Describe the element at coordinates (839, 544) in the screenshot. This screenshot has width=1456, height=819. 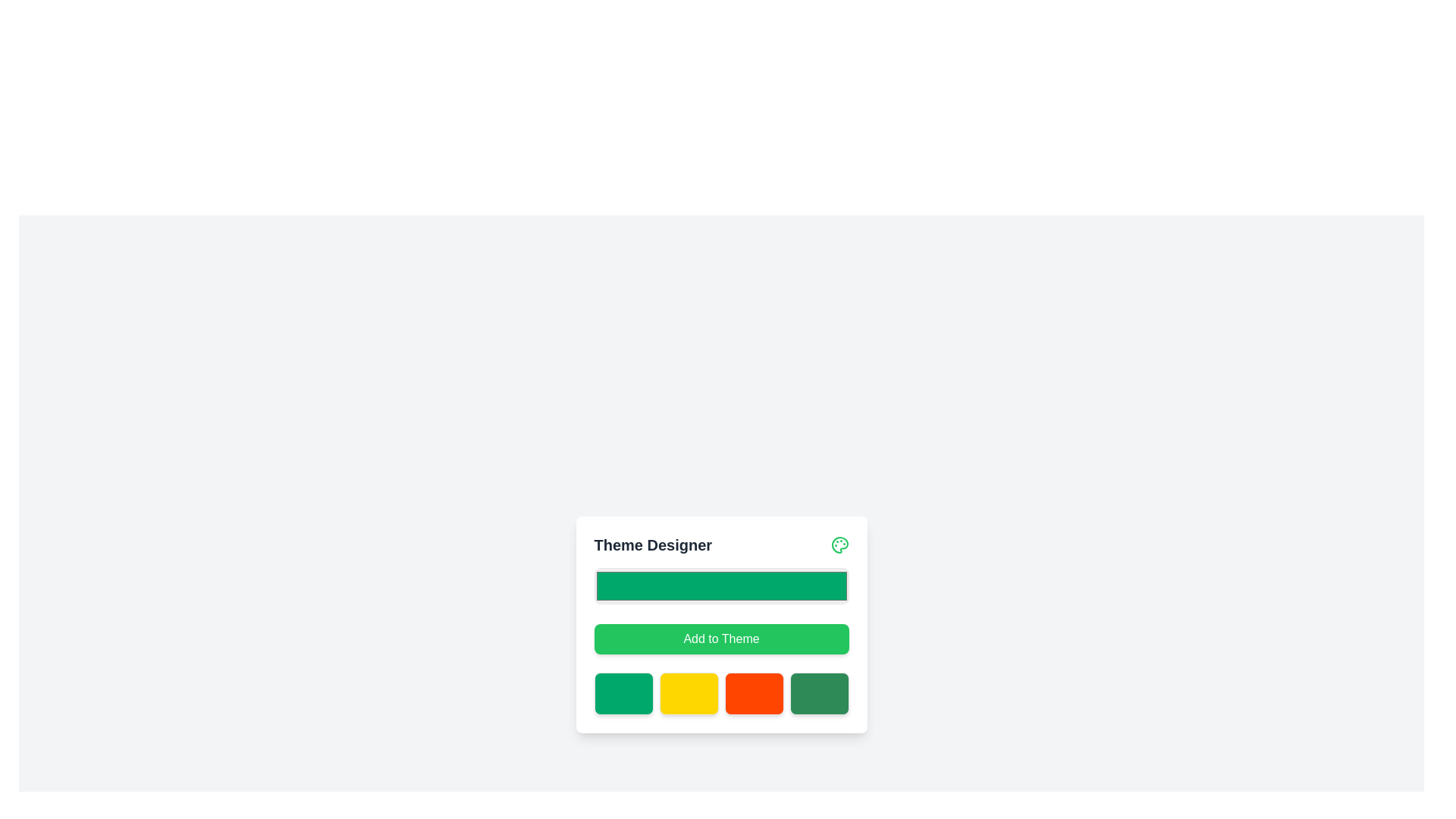
I see `the theme customization icon located at the far right of the 'Theme Designer' panel, adjacent to the text 'Theme Designer'` at that location.